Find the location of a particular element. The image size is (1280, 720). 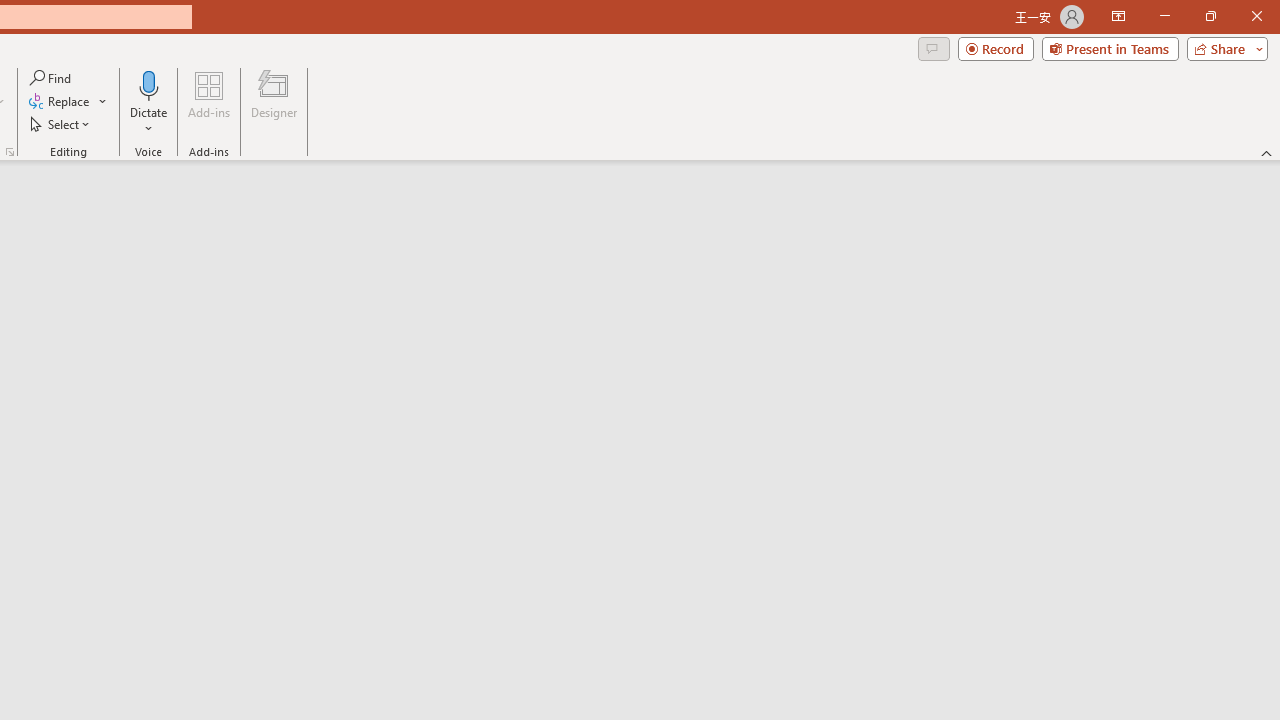

'More Options' is located at coordinates (148, 121).